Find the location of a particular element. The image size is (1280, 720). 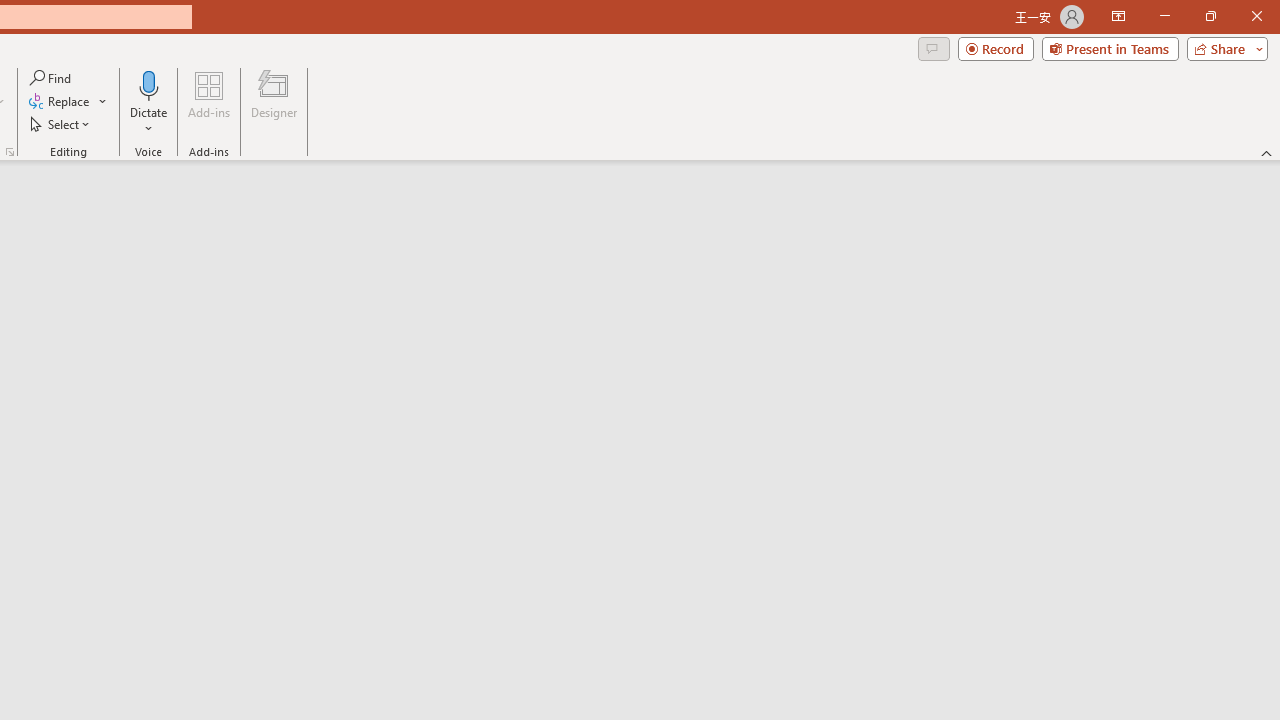

'More Options' is located at coordinates (148, 121).